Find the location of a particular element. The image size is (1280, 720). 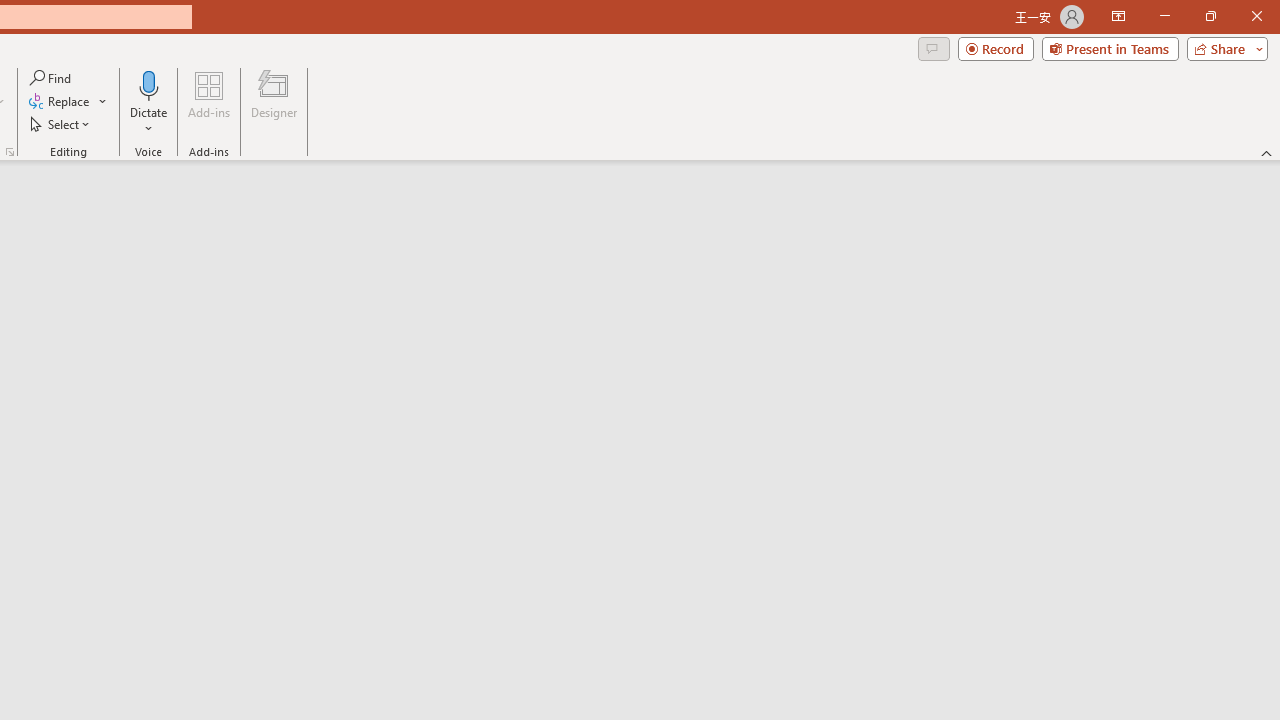

'More Options' is located at coordinates (148, 121).